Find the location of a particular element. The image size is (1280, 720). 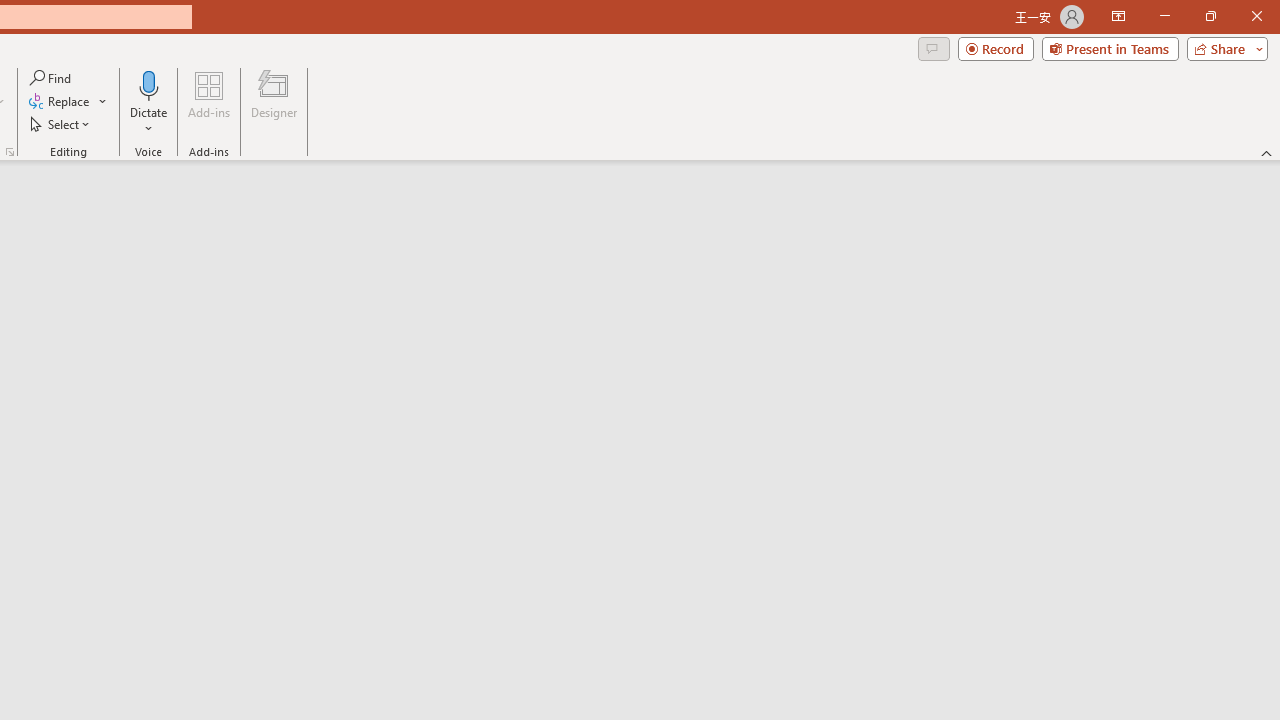

'More Options' is located at coordinates (148, 121).